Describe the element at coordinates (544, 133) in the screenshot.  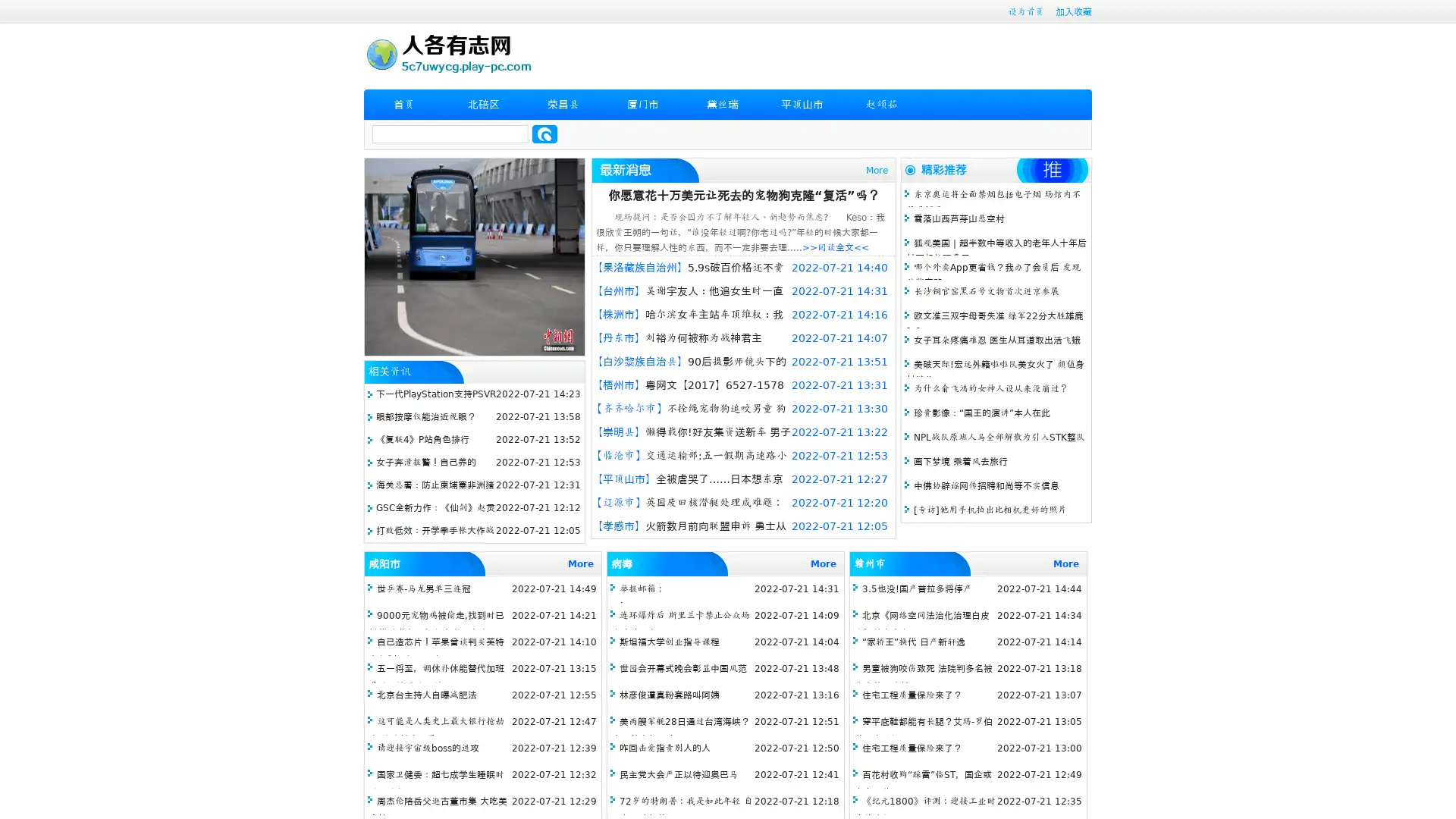
I see `Search` at that location.